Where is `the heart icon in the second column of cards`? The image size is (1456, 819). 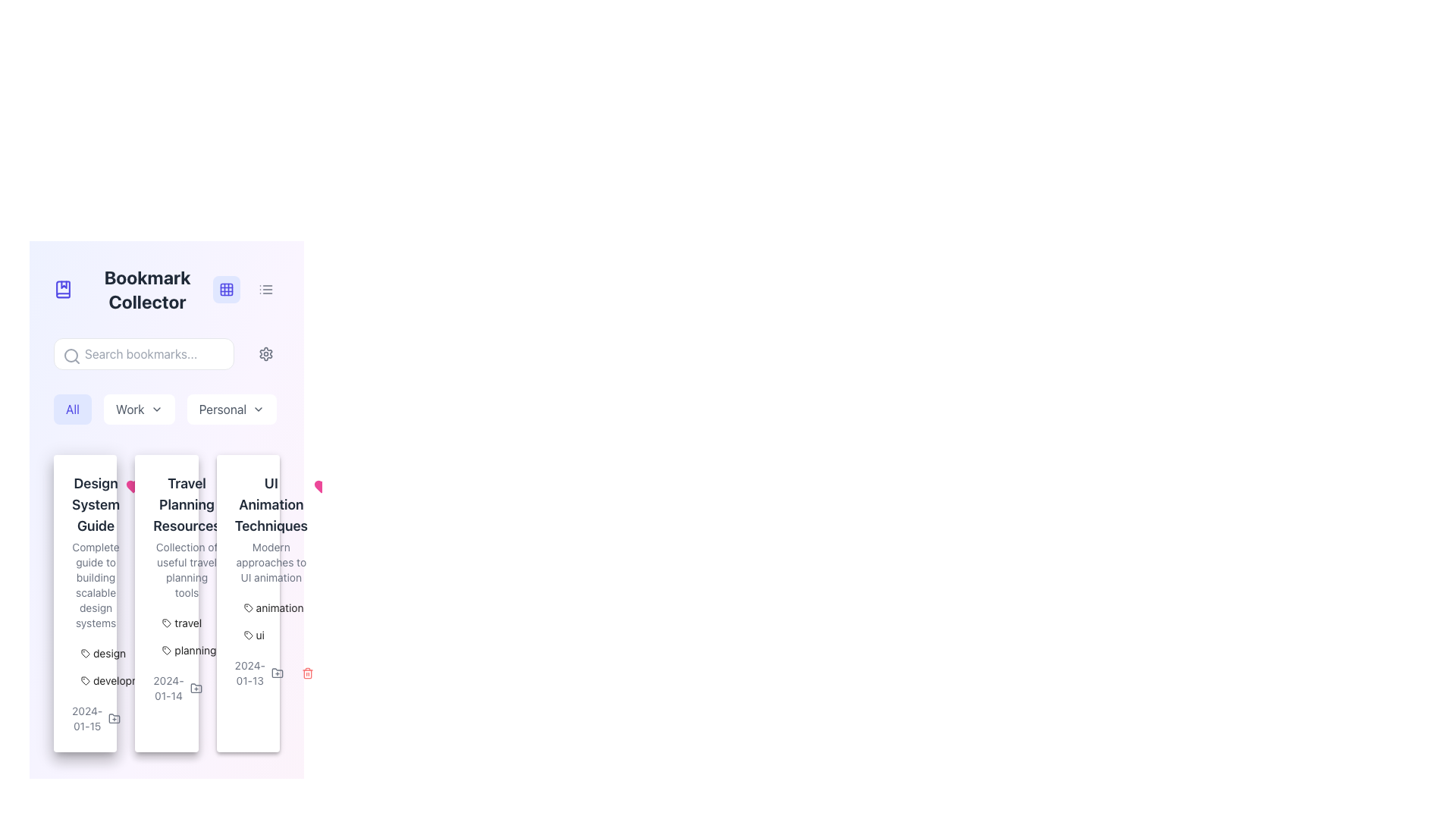
the heart icon in the second column of cards is located at coordinates (133, 486).